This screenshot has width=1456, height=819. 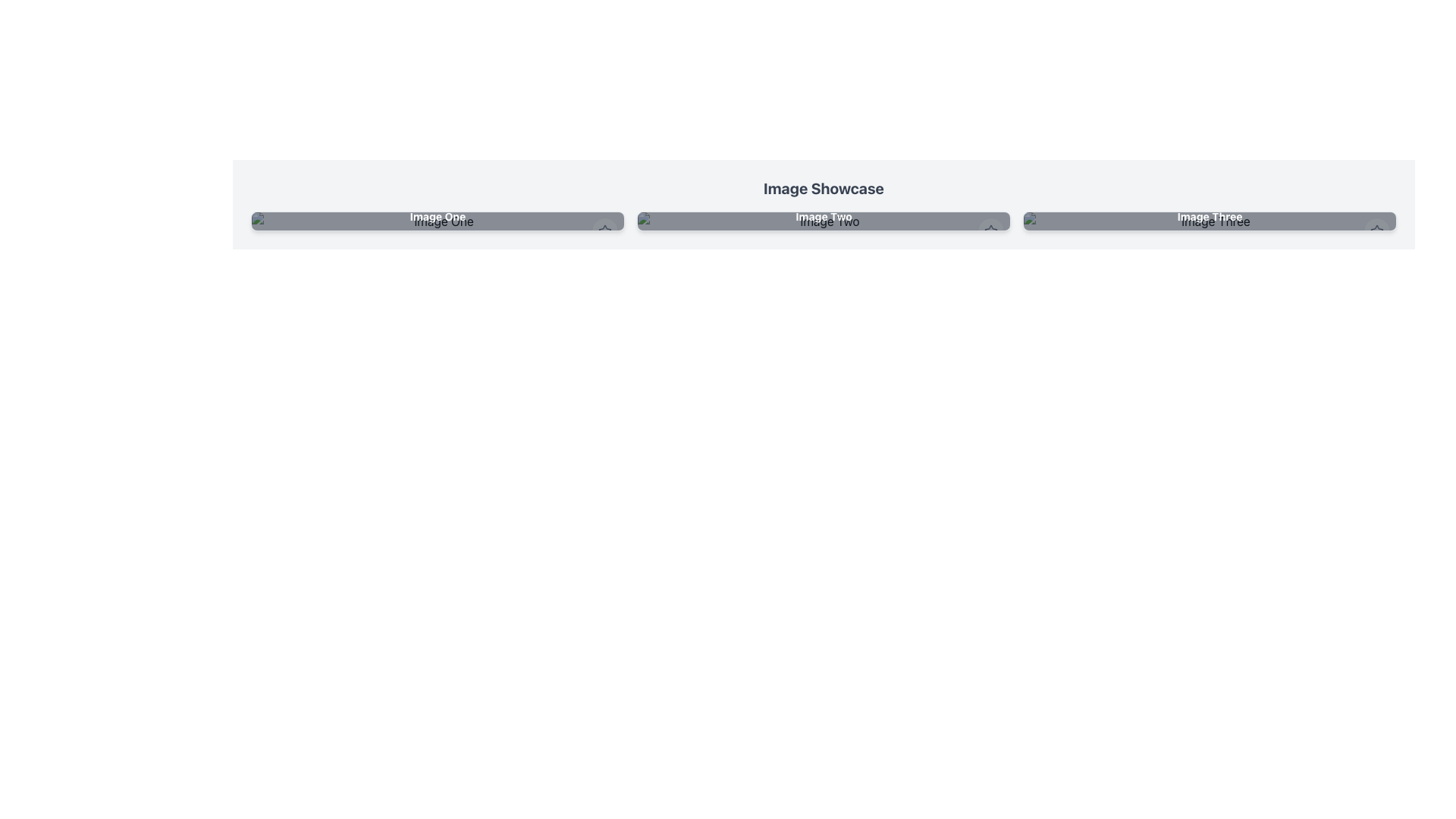 What do you see at coordinates (823, 216) in the screenshot?
I see `text label located at the bottom of the middle card, which is identified as 'Image Two'` at bounding box center [823, 216].